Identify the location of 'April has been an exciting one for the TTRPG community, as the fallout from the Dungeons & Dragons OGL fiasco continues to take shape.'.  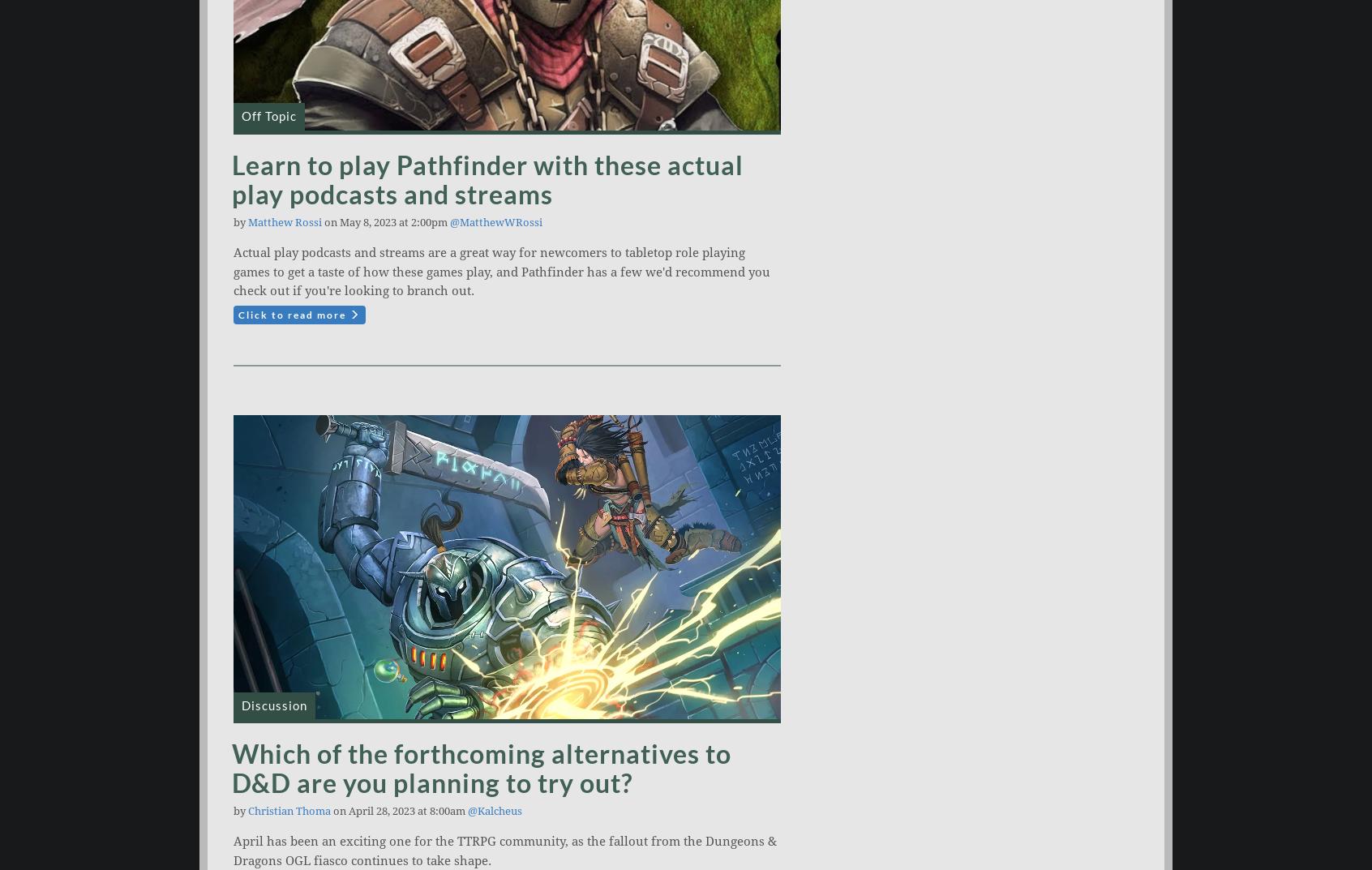
(504, 851).